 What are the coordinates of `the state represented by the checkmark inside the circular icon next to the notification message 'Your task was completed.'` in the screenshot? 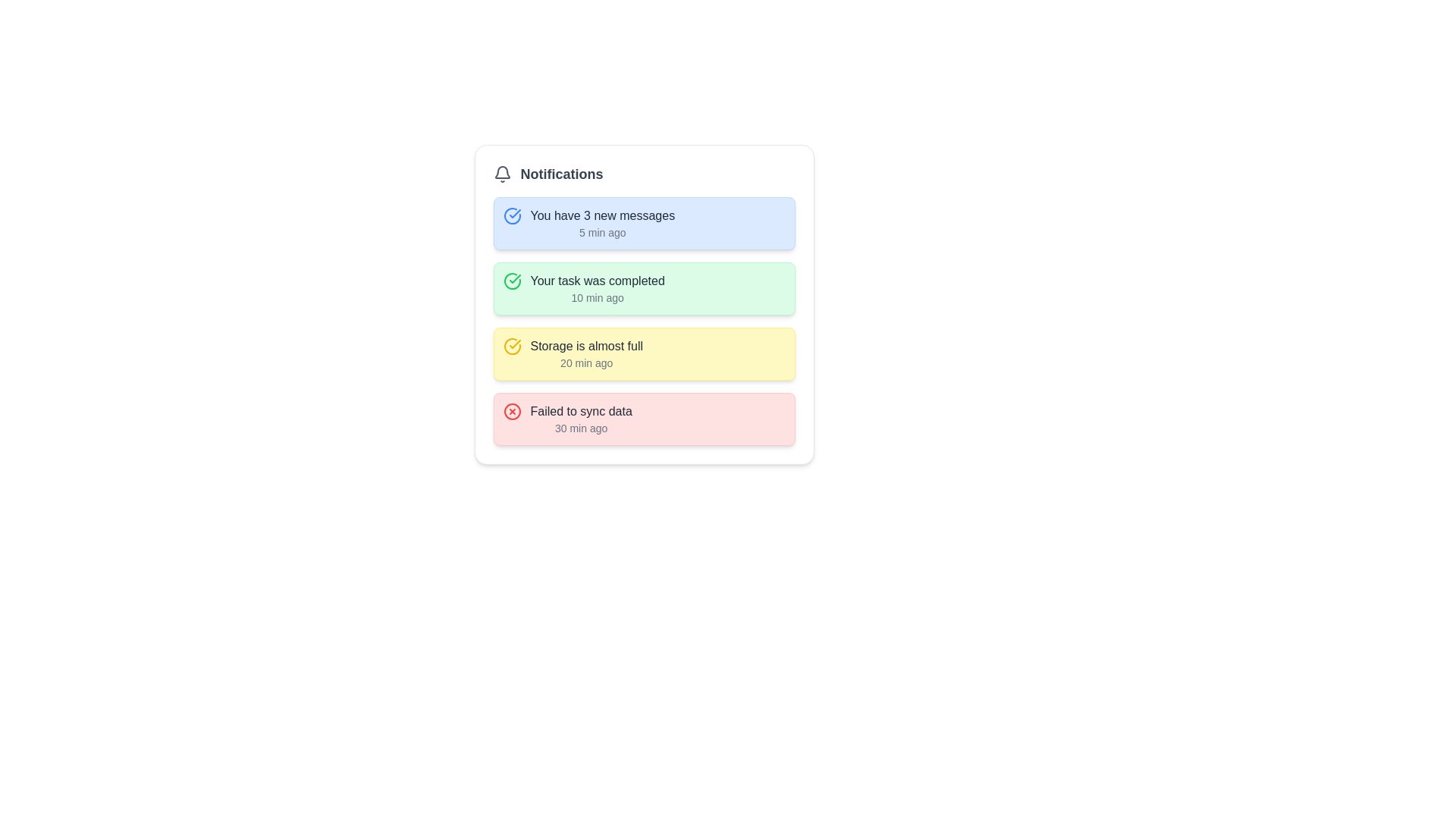 It's located at (514, 213).